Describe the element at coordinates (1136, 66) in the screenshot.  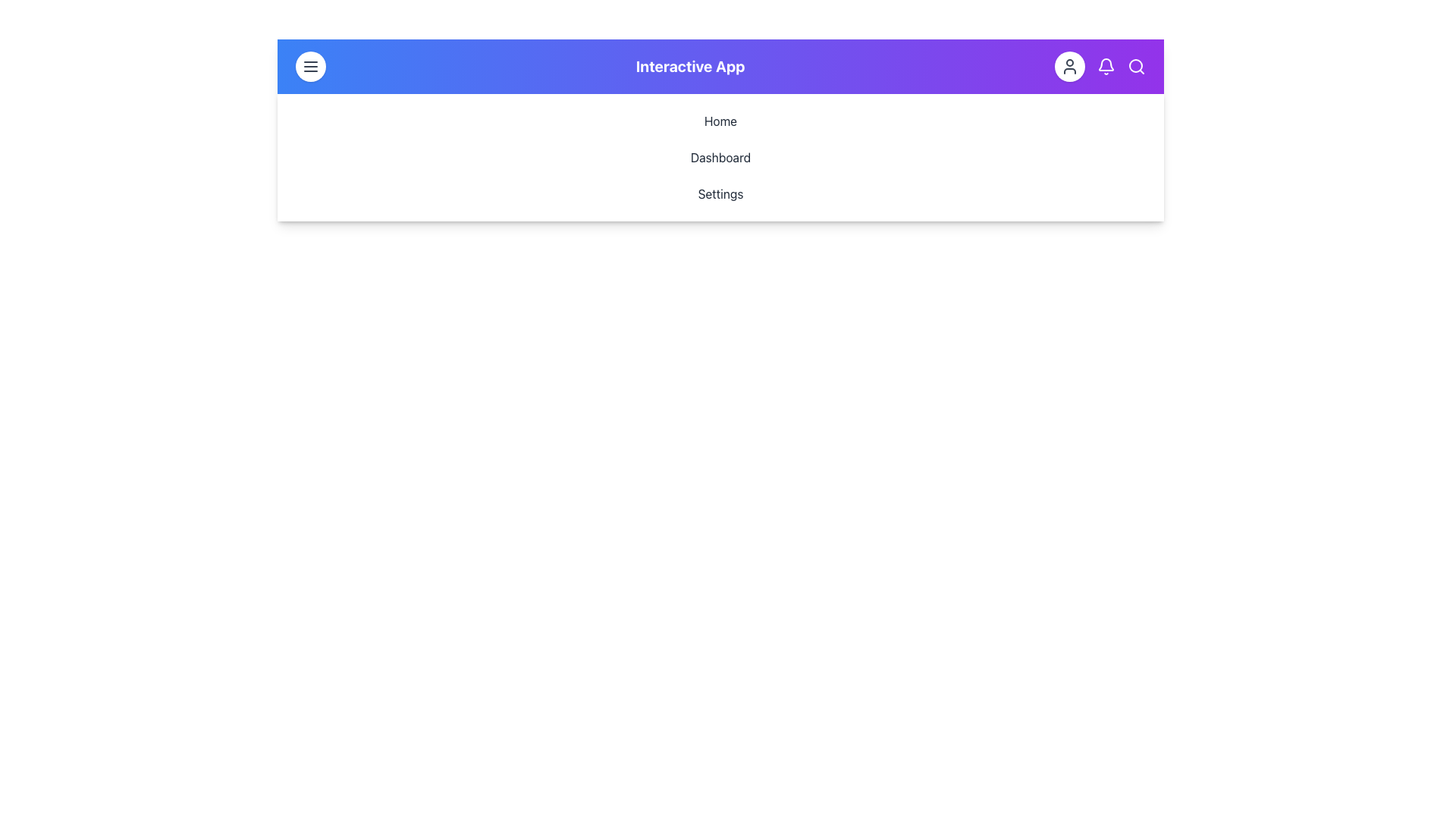
I see `the magnifying glass icon located on the far right of the navigation bar to initiate a search` at that location.